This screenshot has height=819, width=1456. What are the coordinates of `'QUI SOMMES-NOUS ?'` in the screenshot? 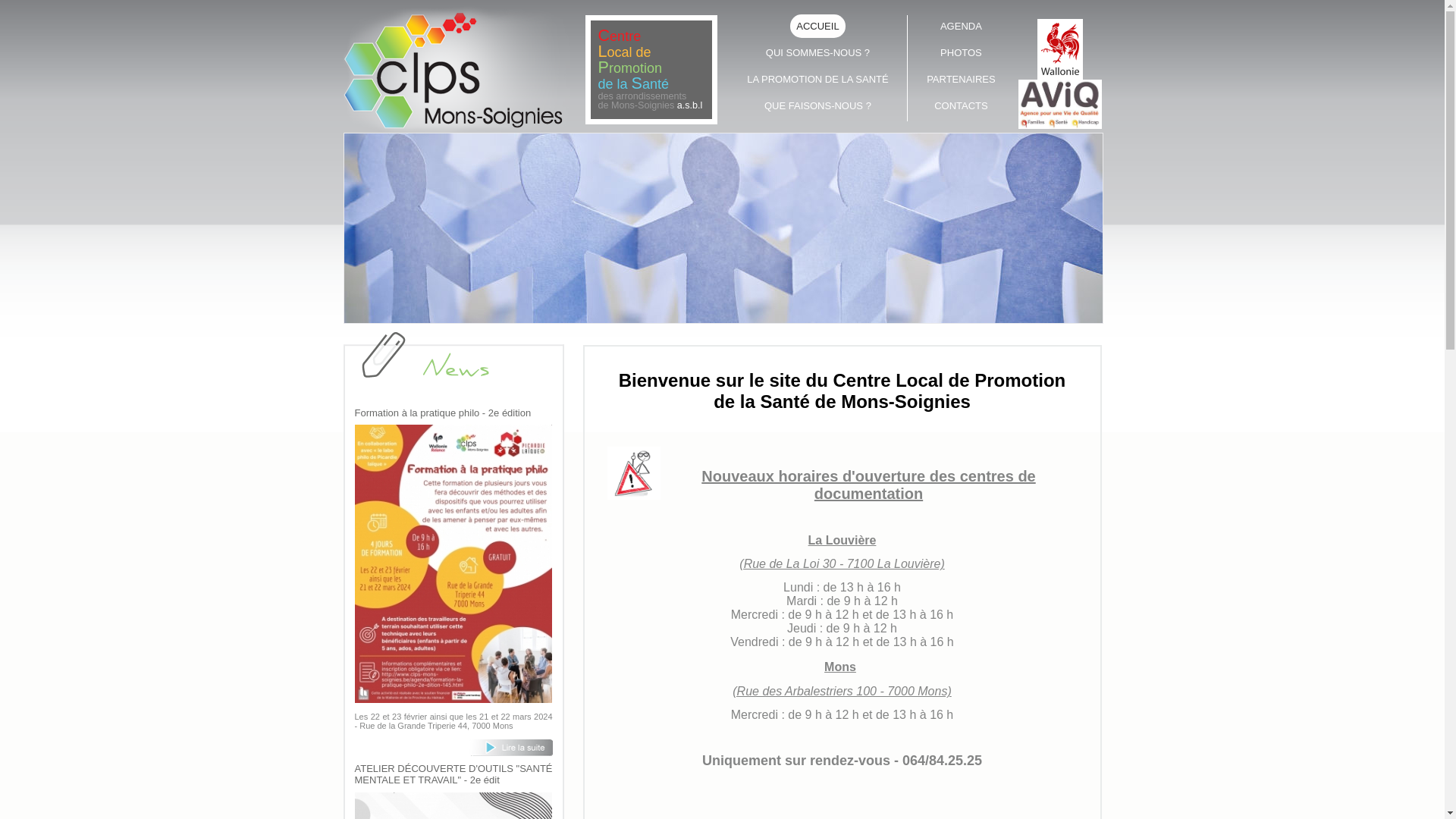 It's located at (817, 52).